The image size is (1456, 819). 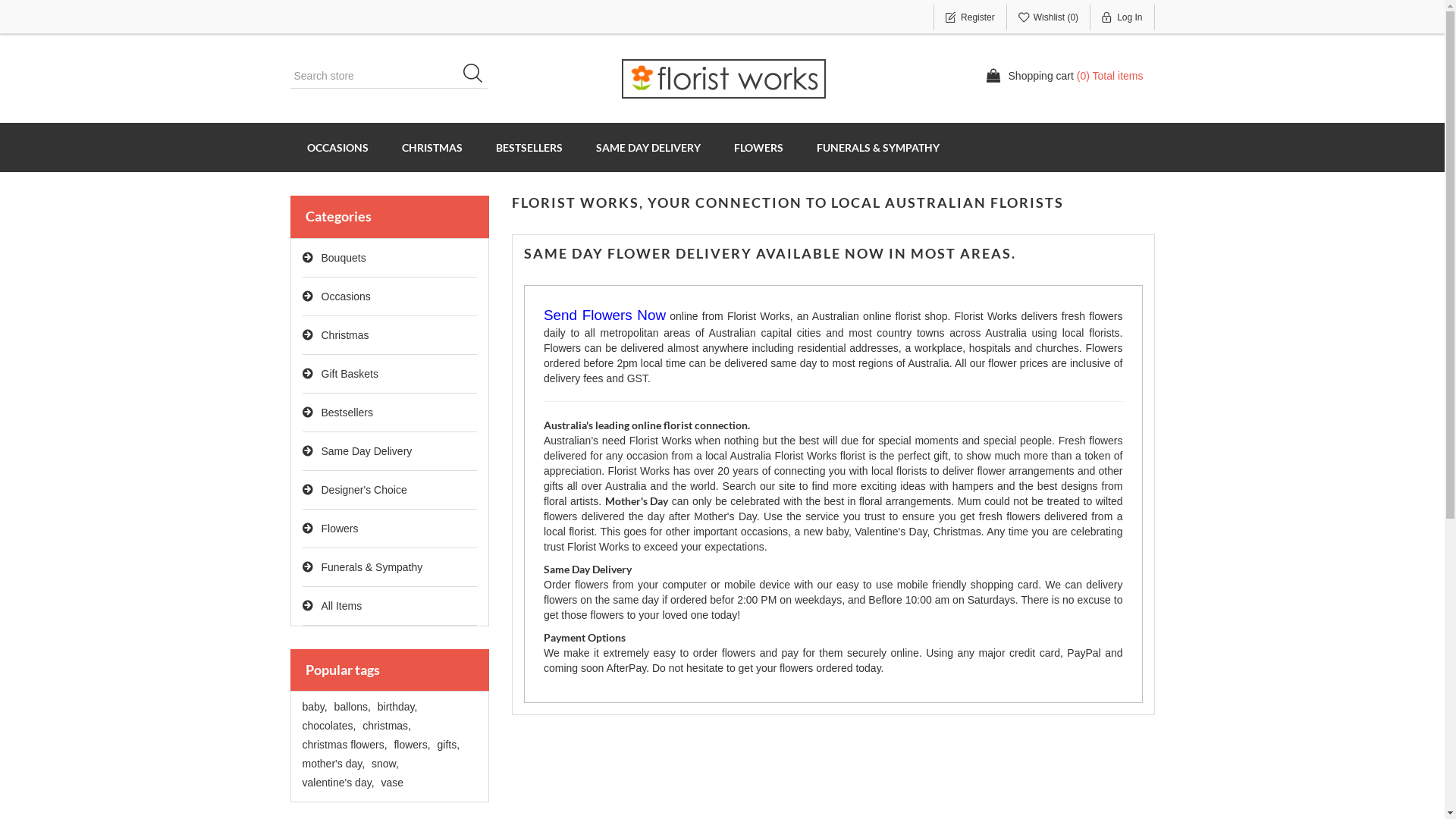 What do you see at coordinates (302, 724) in the screenshot?
I see `'chocolates,'` at bounding box center [302, 724].